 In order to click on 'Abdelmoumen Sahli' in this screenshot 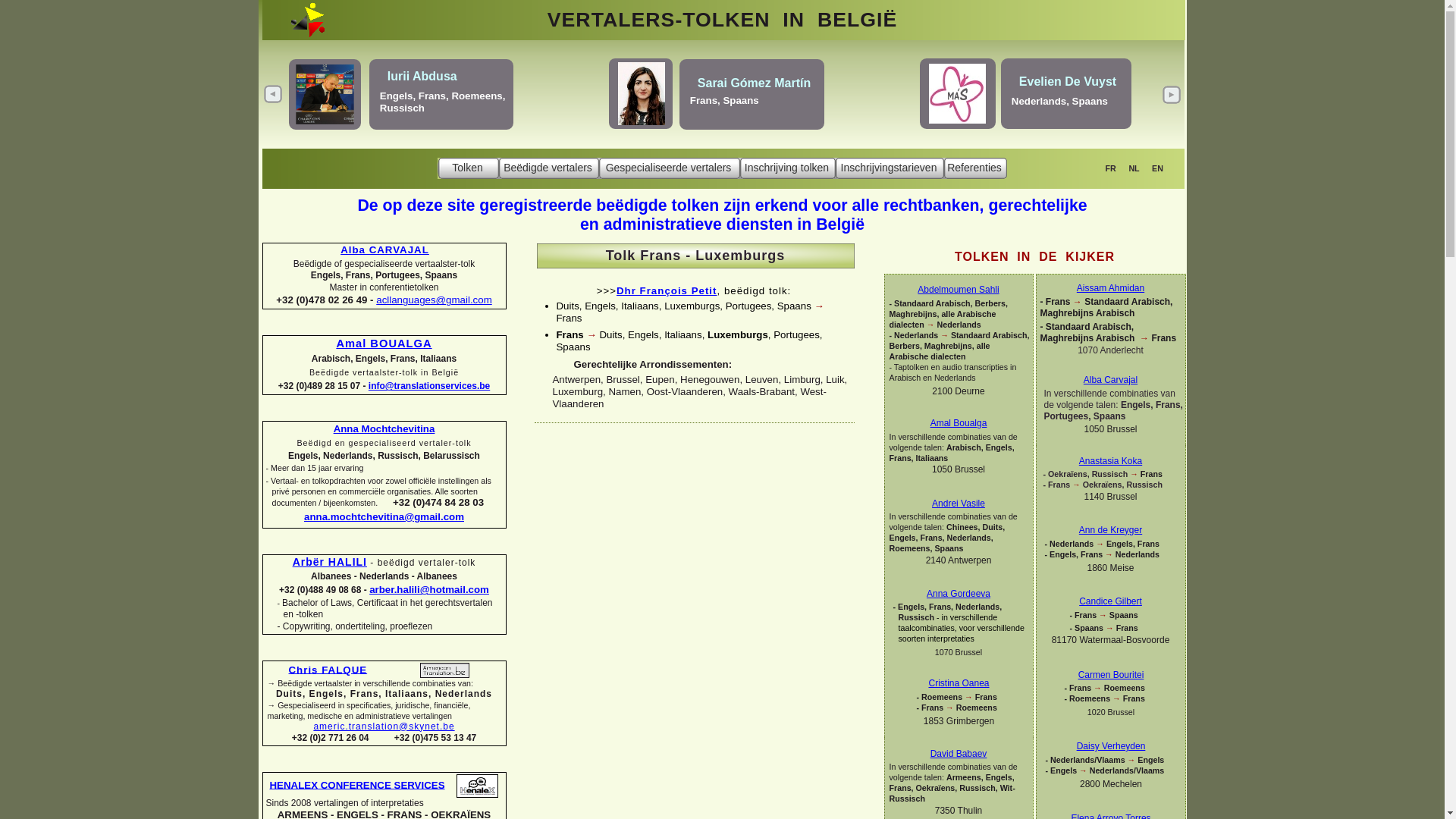, I will do `click(957, 289)`.